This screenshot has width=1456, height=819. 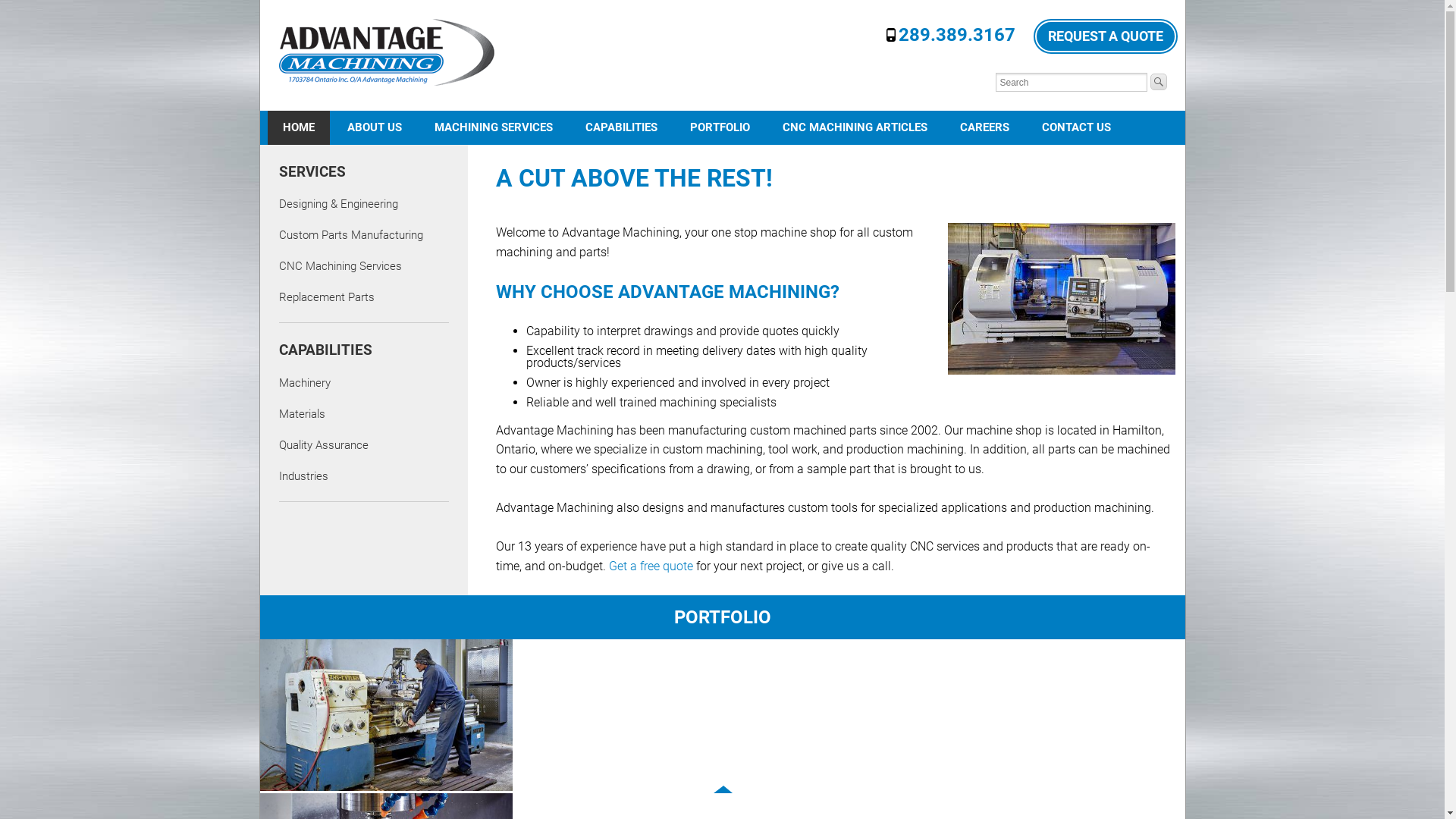 I want to click on 'PORTFOLIO', so click(x=719, y=127).